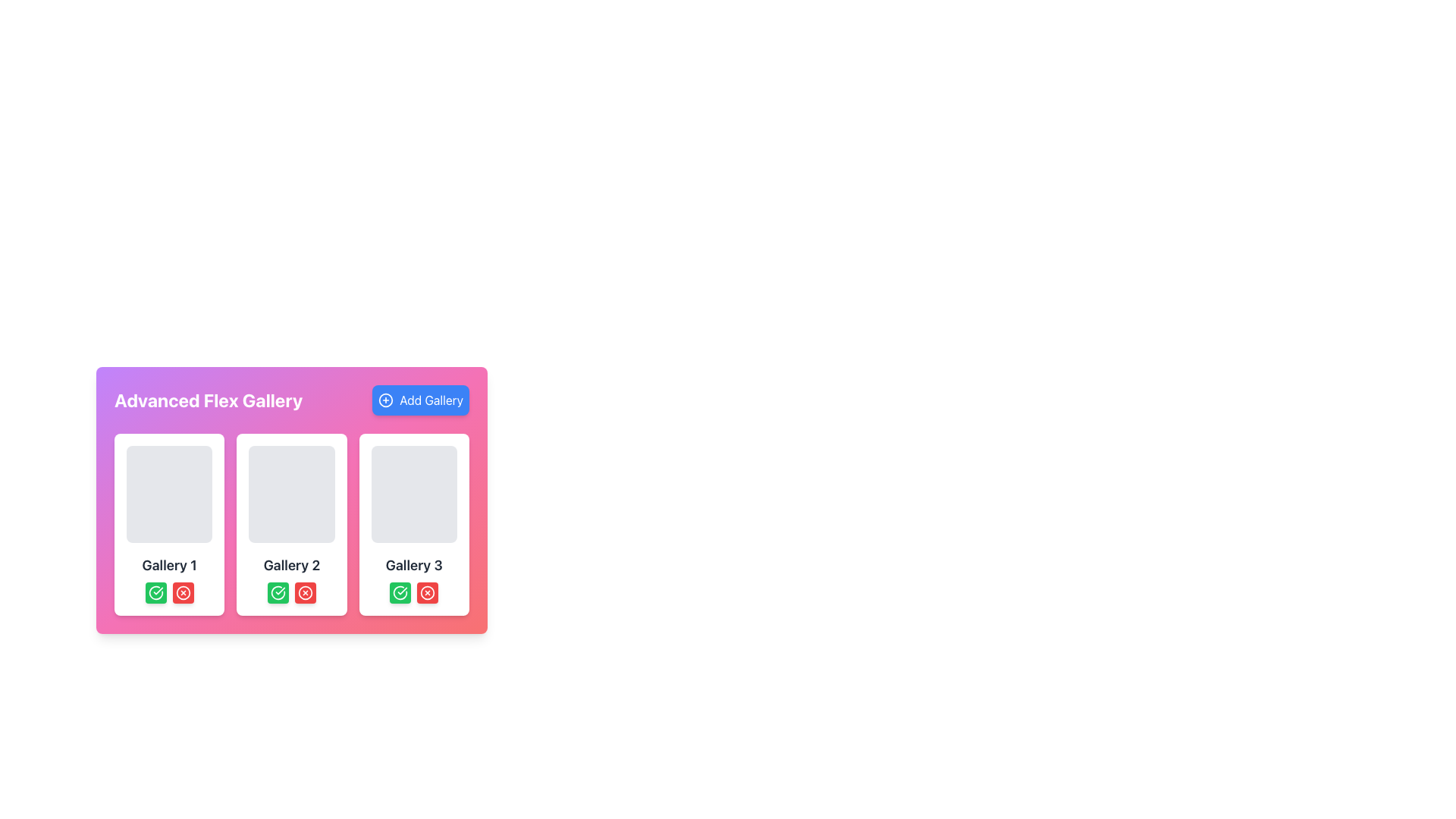  I want to click on the Gallery card labeled 'Gallery 2', which is the second card in the gallery section, located between 'Gallery 1' and 'Gallery 3', so click(291, 513).